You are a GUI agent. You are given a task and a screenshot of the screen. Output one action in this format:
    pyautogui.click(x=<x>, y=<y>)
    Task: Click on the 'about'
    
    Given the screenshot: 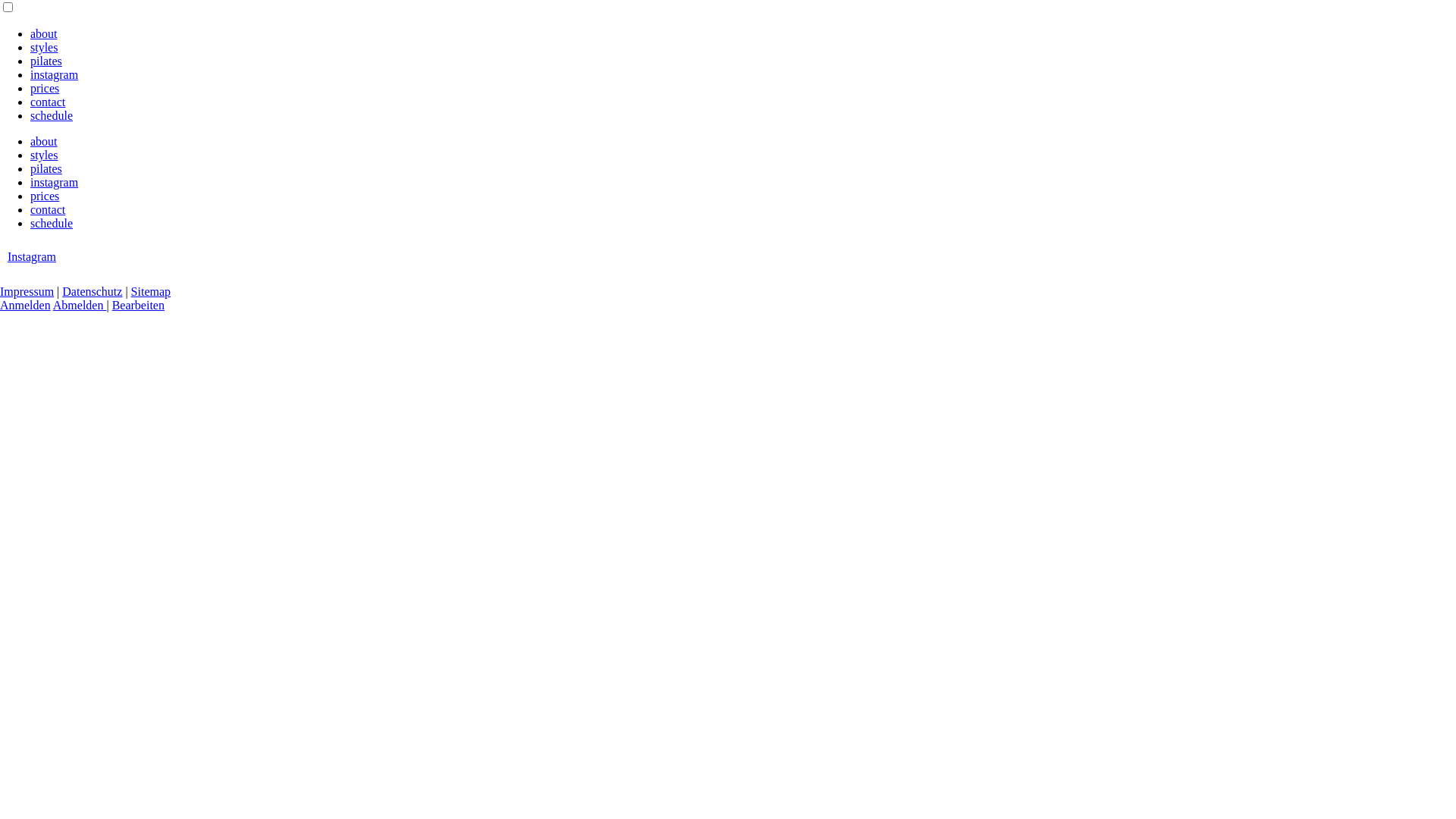 What is the action you would take?
    pyautogui.click(x=43, y=33)
    